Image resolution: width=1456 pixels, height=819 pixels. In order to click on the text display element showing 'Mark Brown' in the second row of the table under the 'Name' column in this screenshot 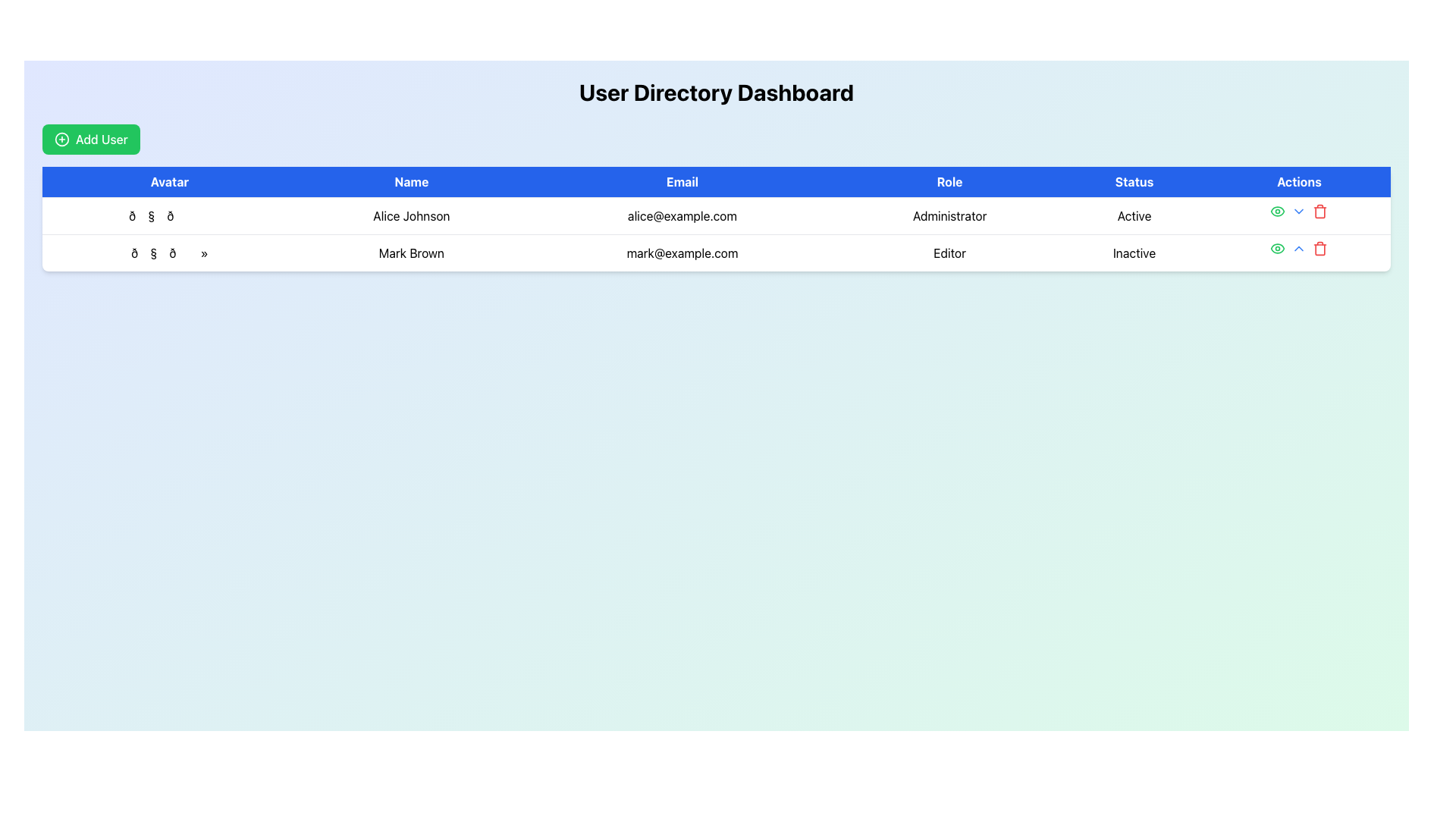, I will do `click(411, 252)`.